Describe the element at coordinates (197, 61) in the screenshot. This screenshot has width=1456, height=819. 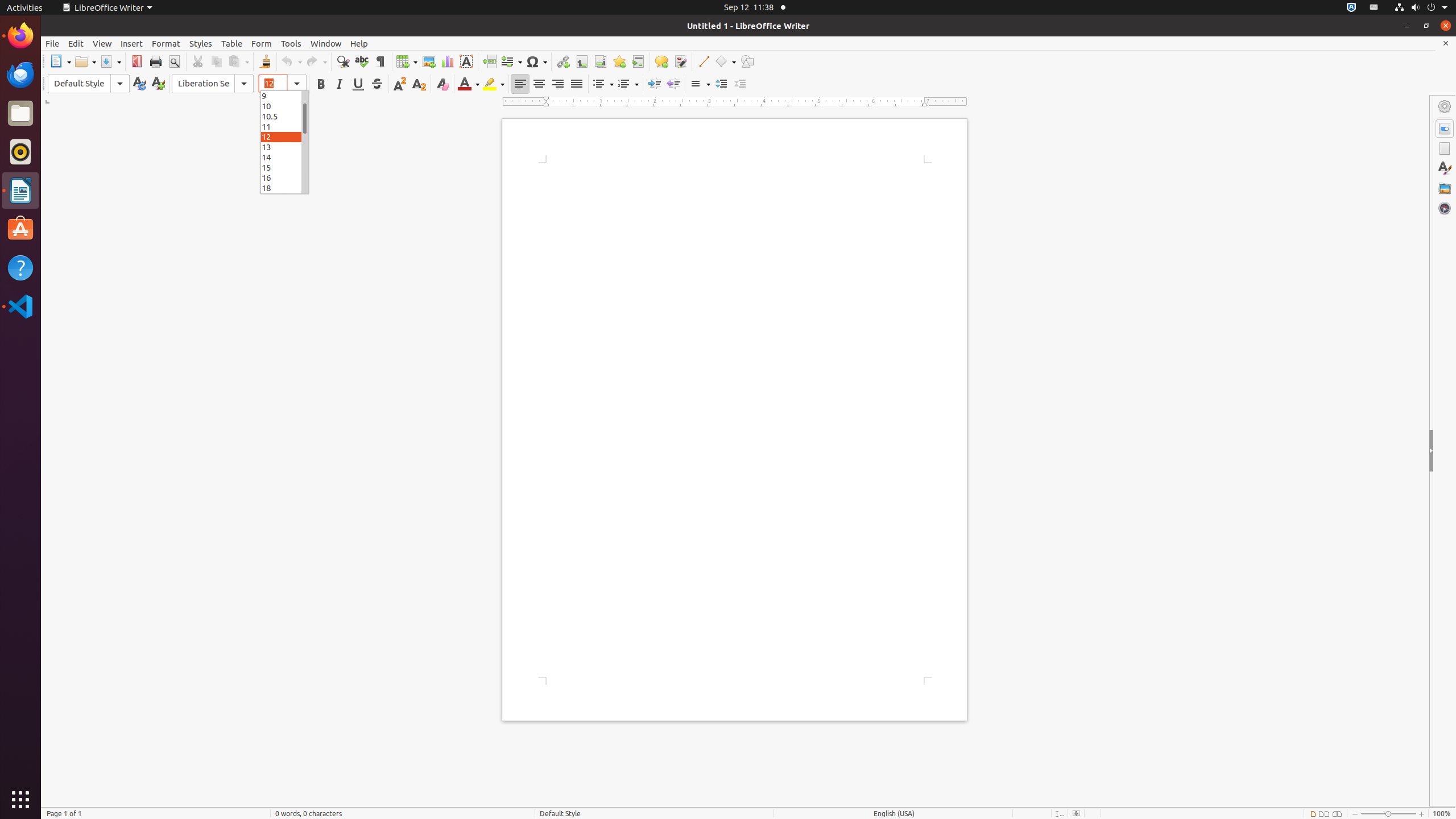
I see `'Cut'` at that location.